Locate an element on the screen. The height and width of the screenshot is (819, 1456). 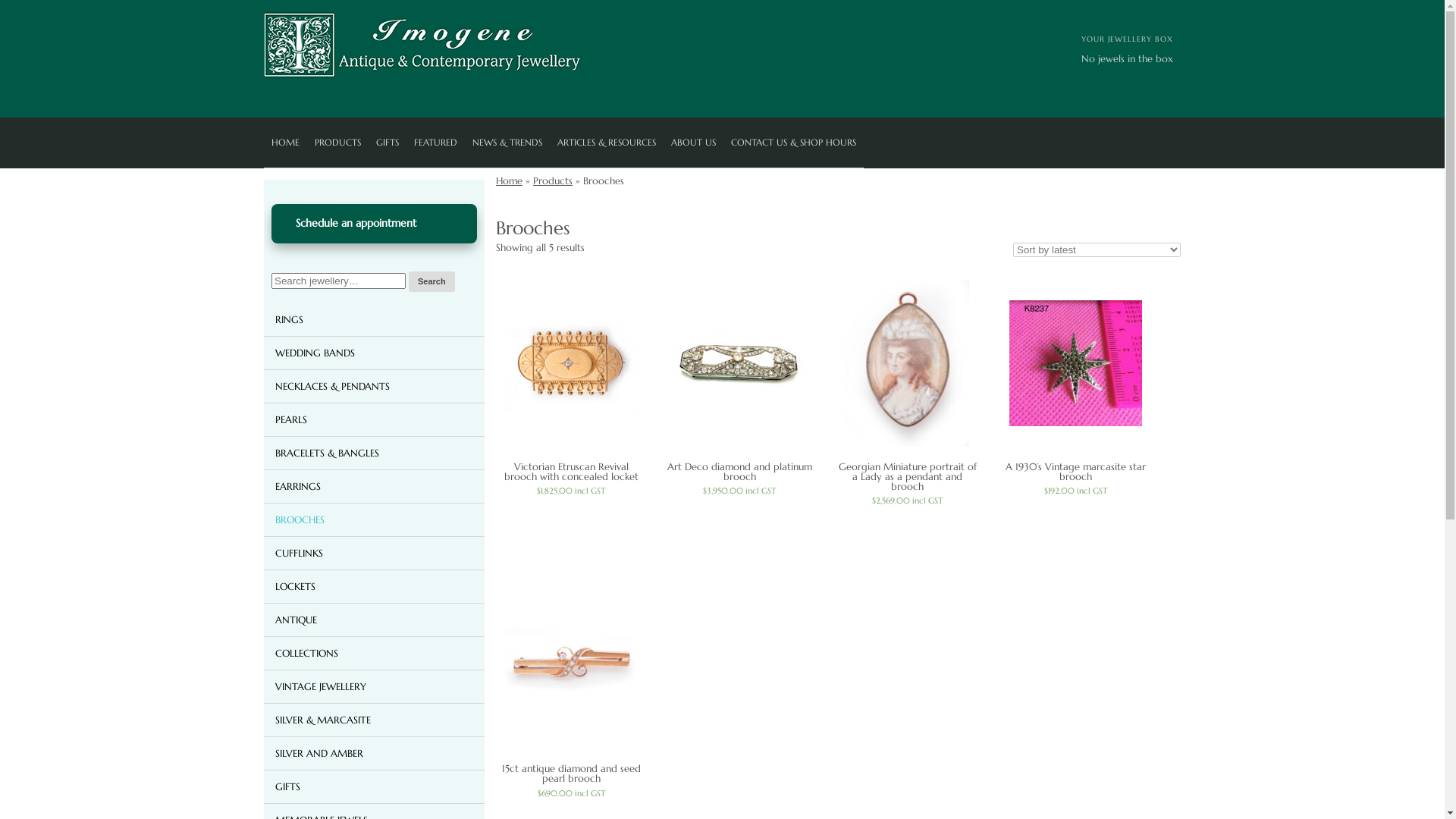
'ANTIQUE' is located at coordinates (374, 619).